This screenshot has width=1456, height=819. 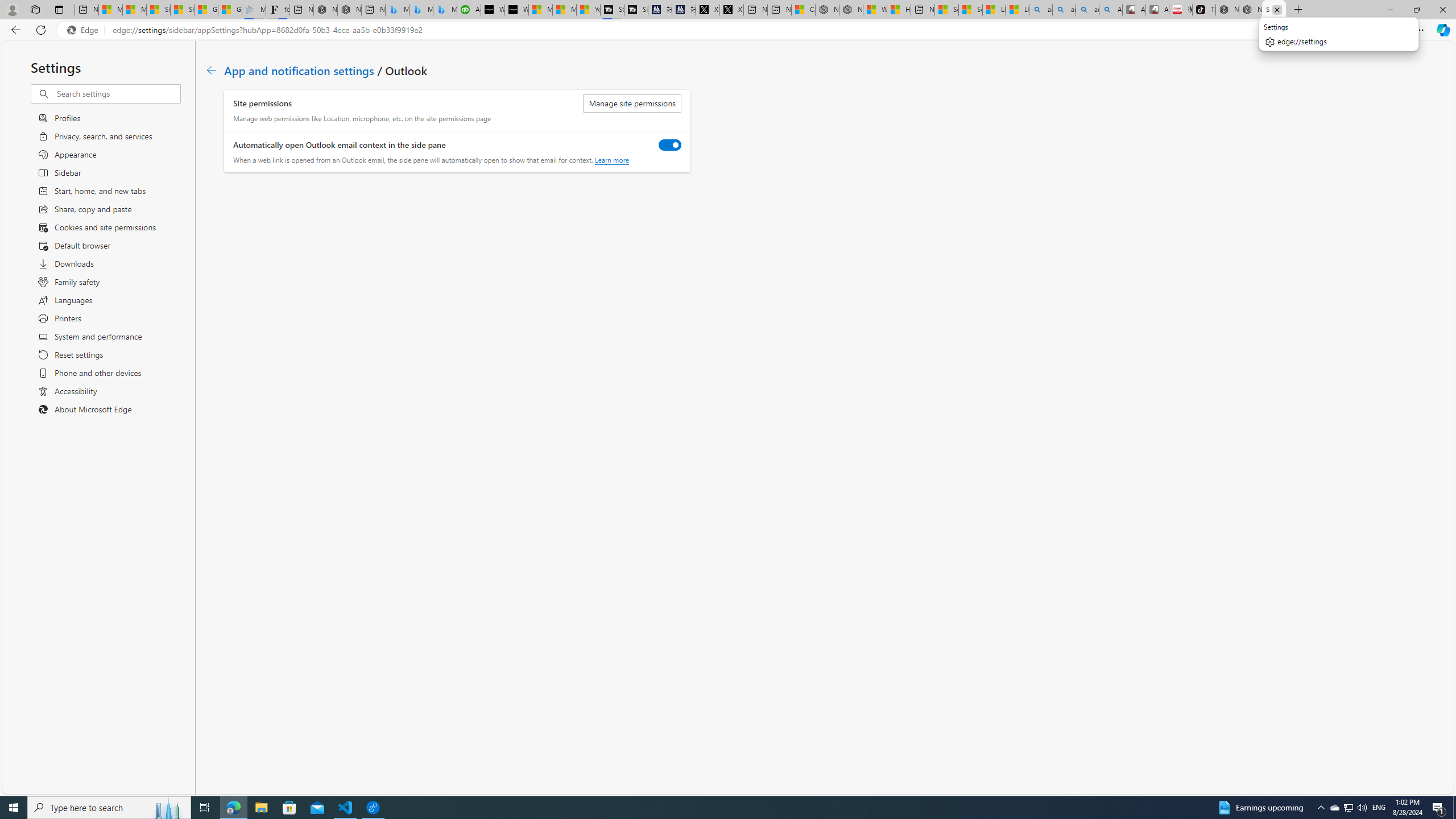 I want to click on 'Search settings', so click(x=118, y=93).